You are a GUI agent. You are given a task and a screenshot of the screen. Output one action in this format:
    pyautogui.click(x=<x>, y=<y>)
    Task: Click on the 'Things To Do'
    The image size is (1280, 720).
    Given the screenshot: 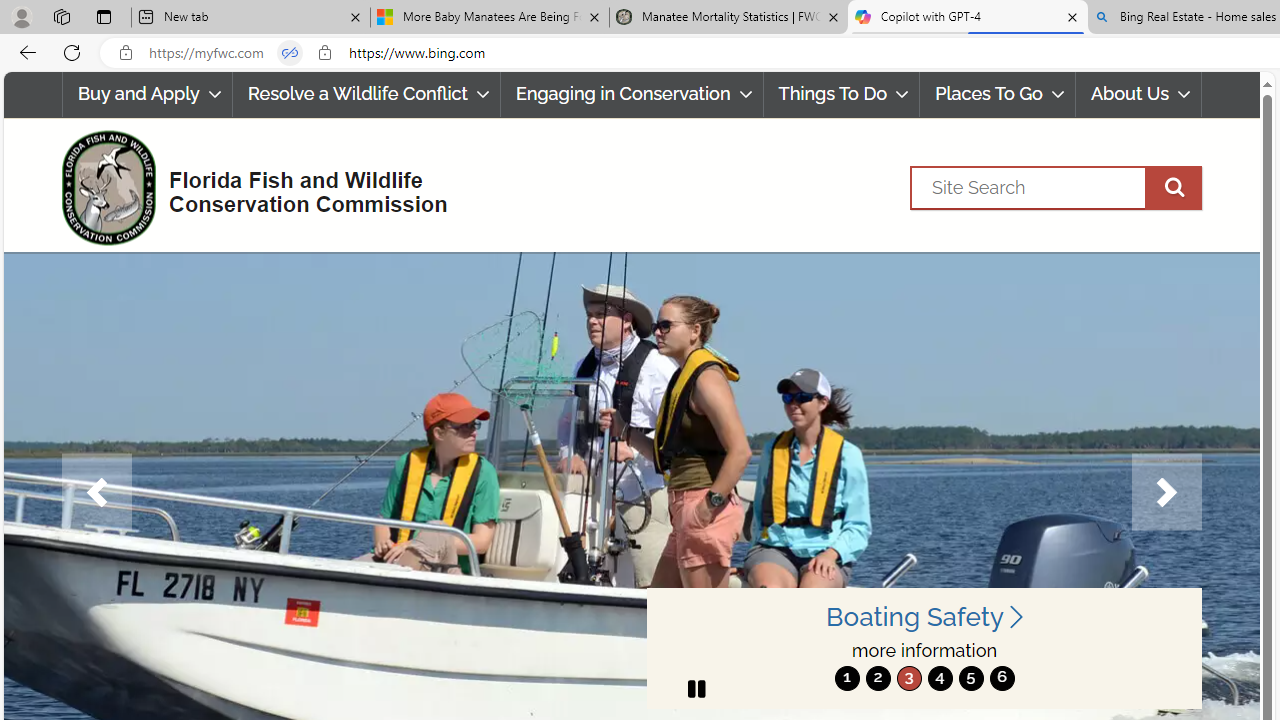 What is the action you would take?
    pyautogui.click(x=842, y=94)
    